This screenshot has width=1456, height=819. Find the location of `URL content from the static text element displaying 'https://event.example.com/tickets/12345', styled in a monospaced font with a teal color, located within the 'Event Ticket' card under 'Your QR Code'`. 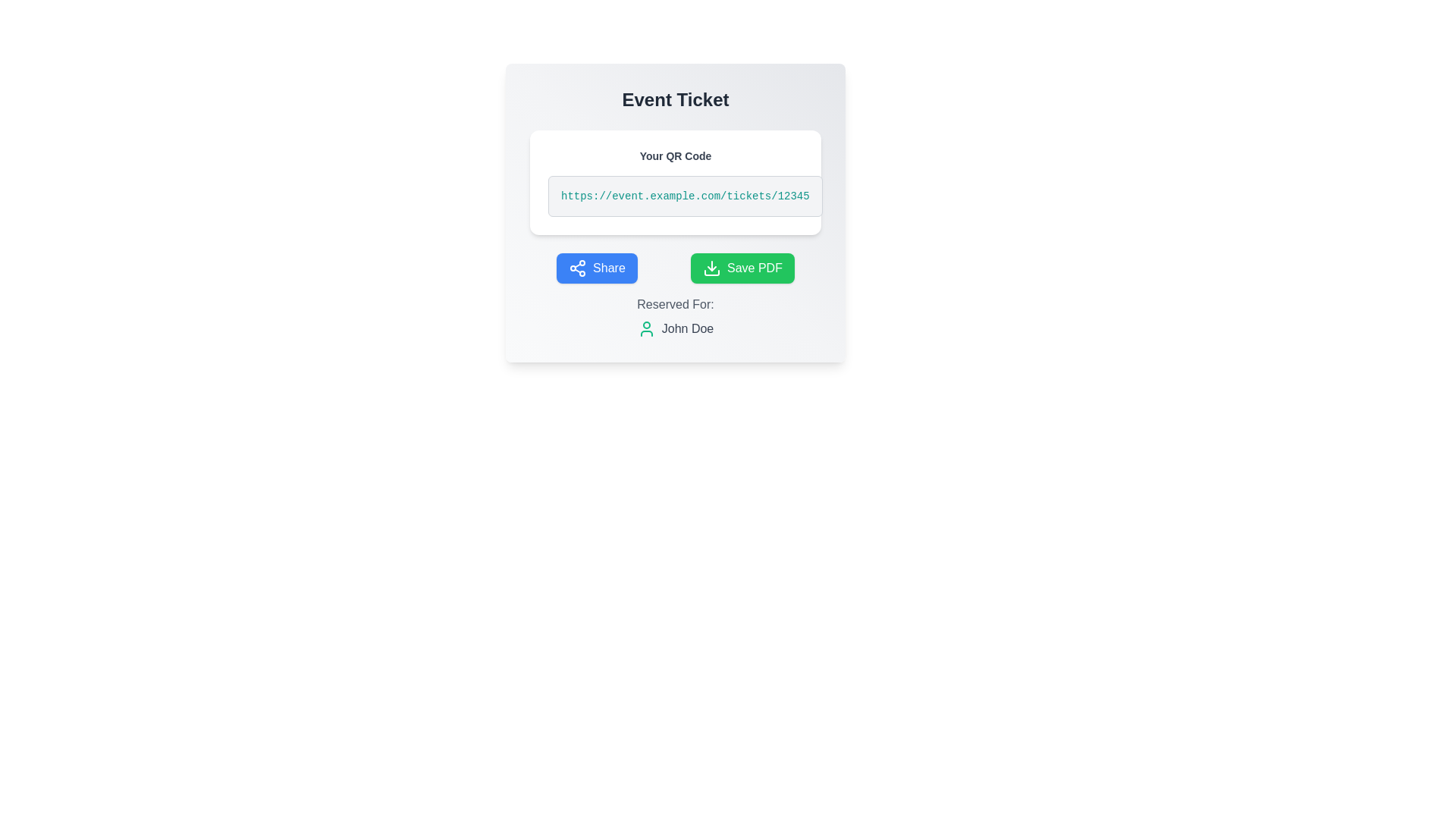

URL content from the static text element displaying 'https://event.example.com/tickets/12345', styled in a monospaced font with a teal color, located within the 'Event Ticket' card under 'Your QR Code' is located at coordinates (684, 195).